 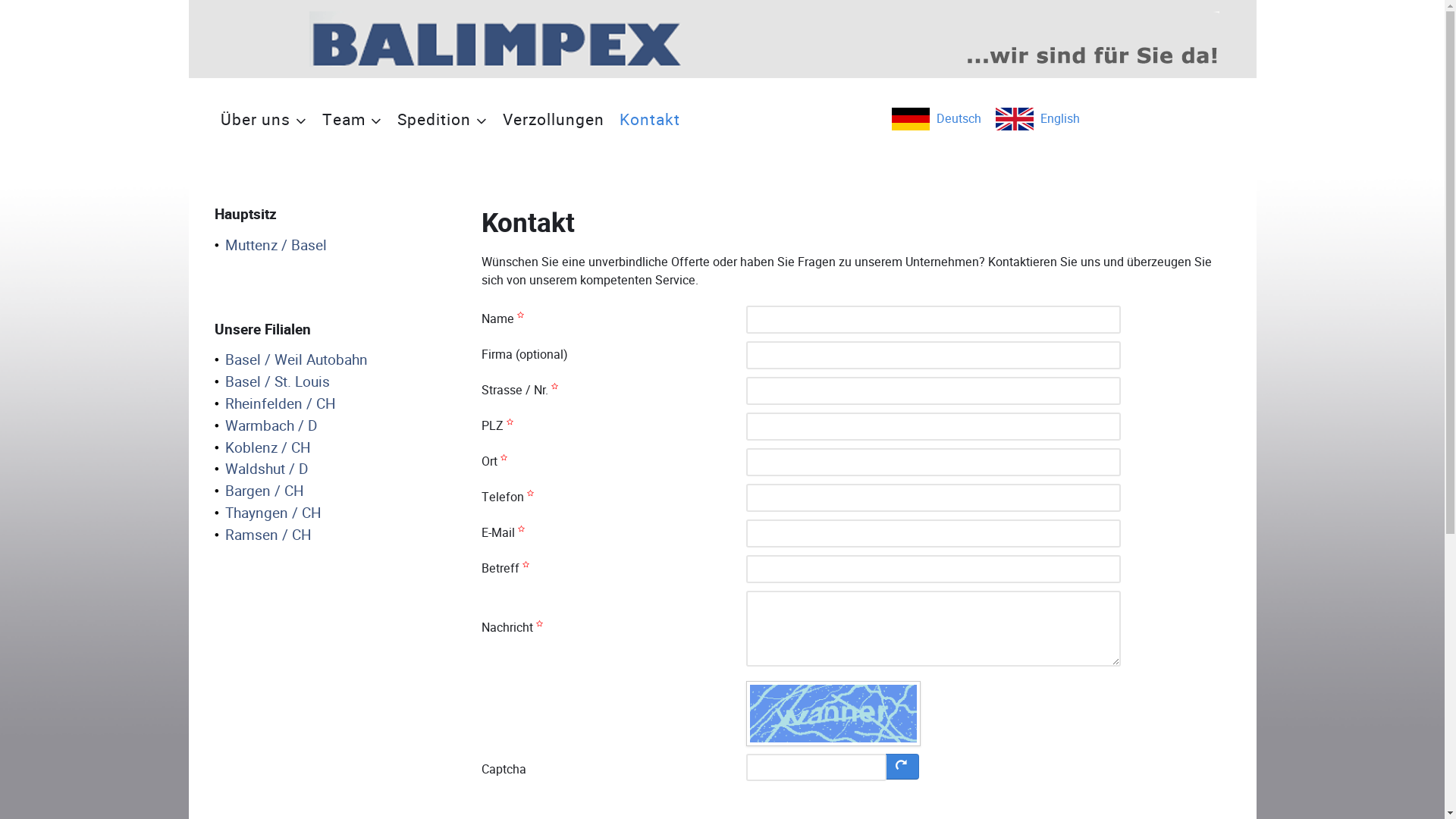 What do you see at coordinates (262, 447) in the screenshot?
I see `'Koblenz / CH'` at bounding box center [262, 447].